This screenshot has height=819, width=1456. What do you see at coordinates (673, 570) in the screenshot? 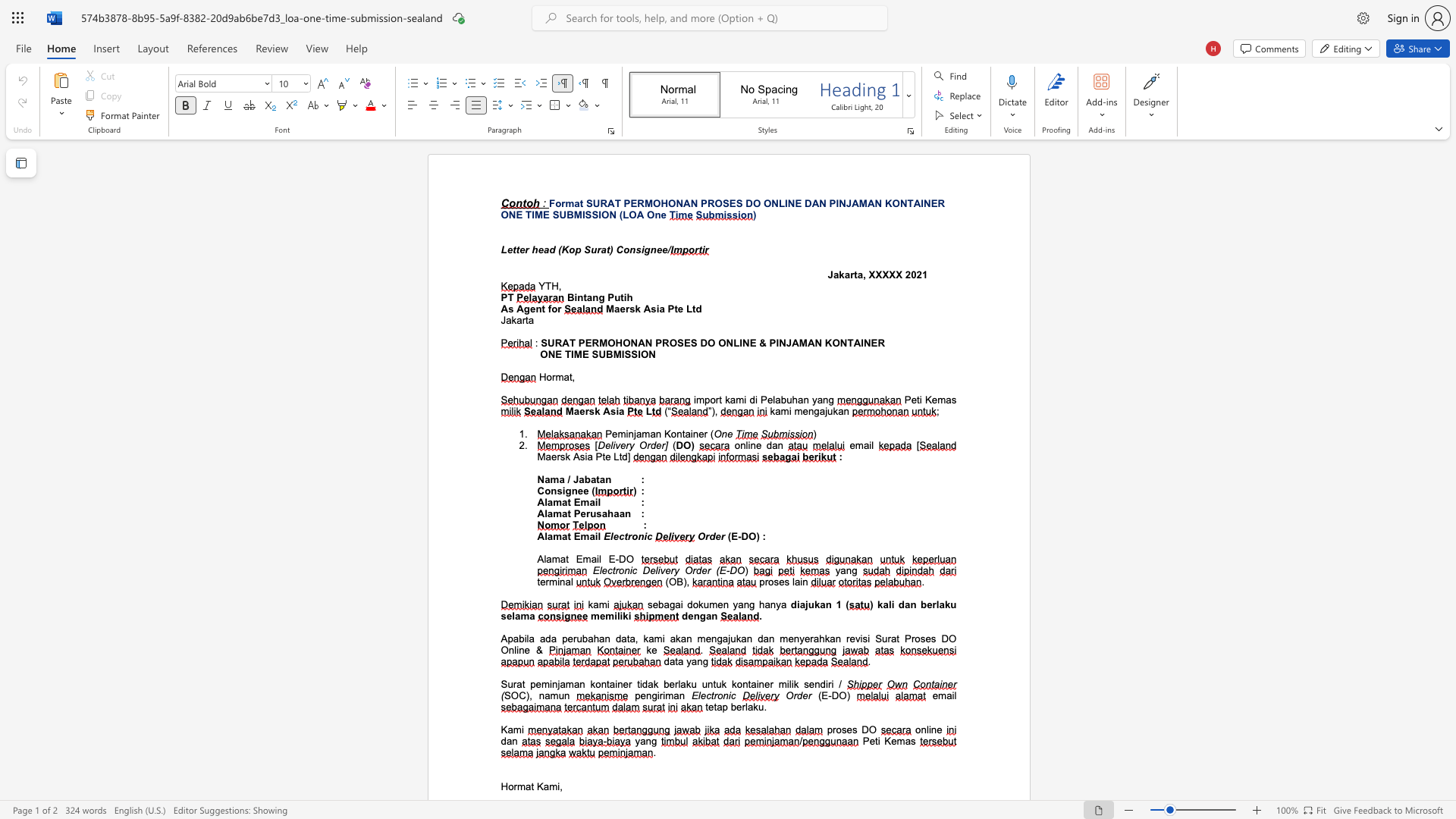
I see `the space between the continuous character "r" and "y" in the text` at bounding box center [673, 570].